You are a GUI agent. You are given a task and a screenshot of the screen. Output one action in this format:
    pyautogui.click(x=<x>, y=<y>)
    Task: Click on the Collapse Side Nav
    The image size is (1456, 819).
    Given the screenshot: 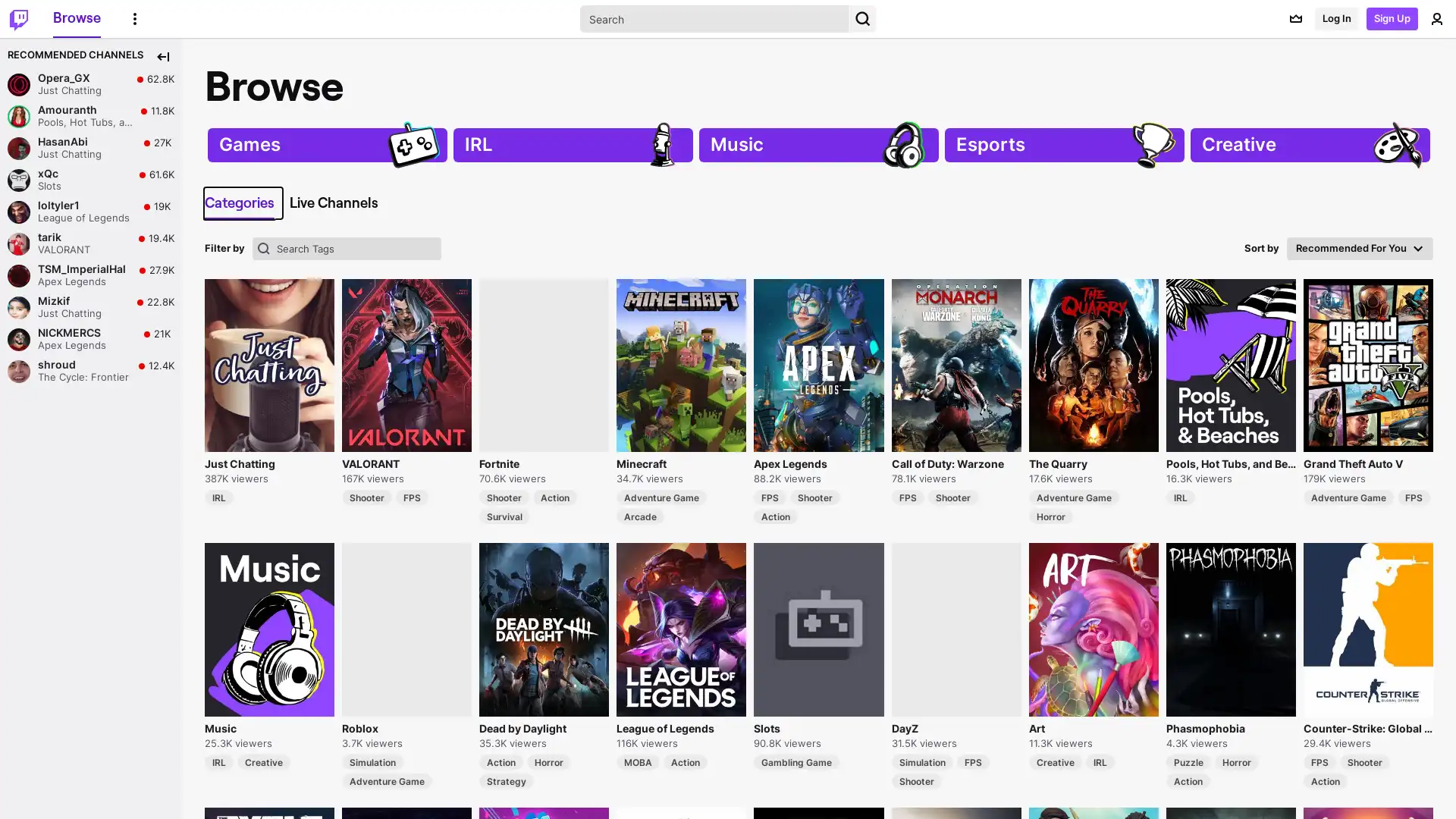 What is the action you would take?
    pyautogui.click(x=163, y=55)
    